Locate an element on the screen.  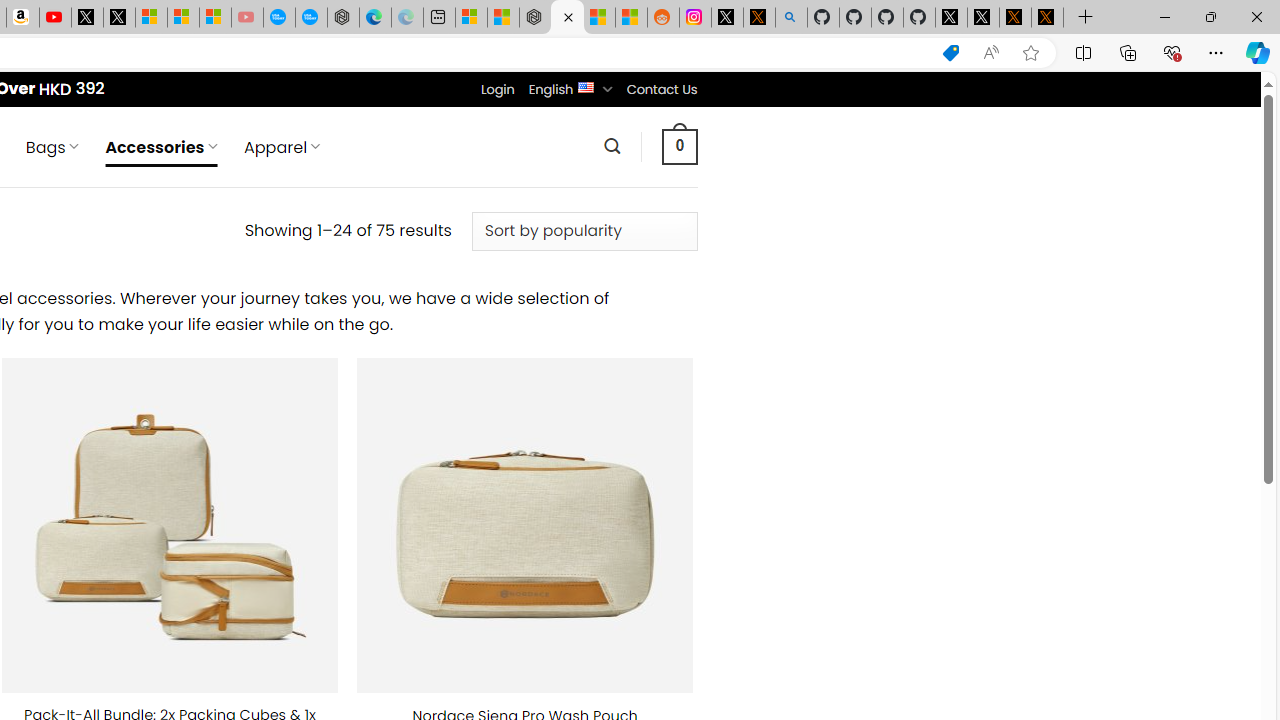
'Nordace - Best Sellers' is located at coordinates (535, 17).